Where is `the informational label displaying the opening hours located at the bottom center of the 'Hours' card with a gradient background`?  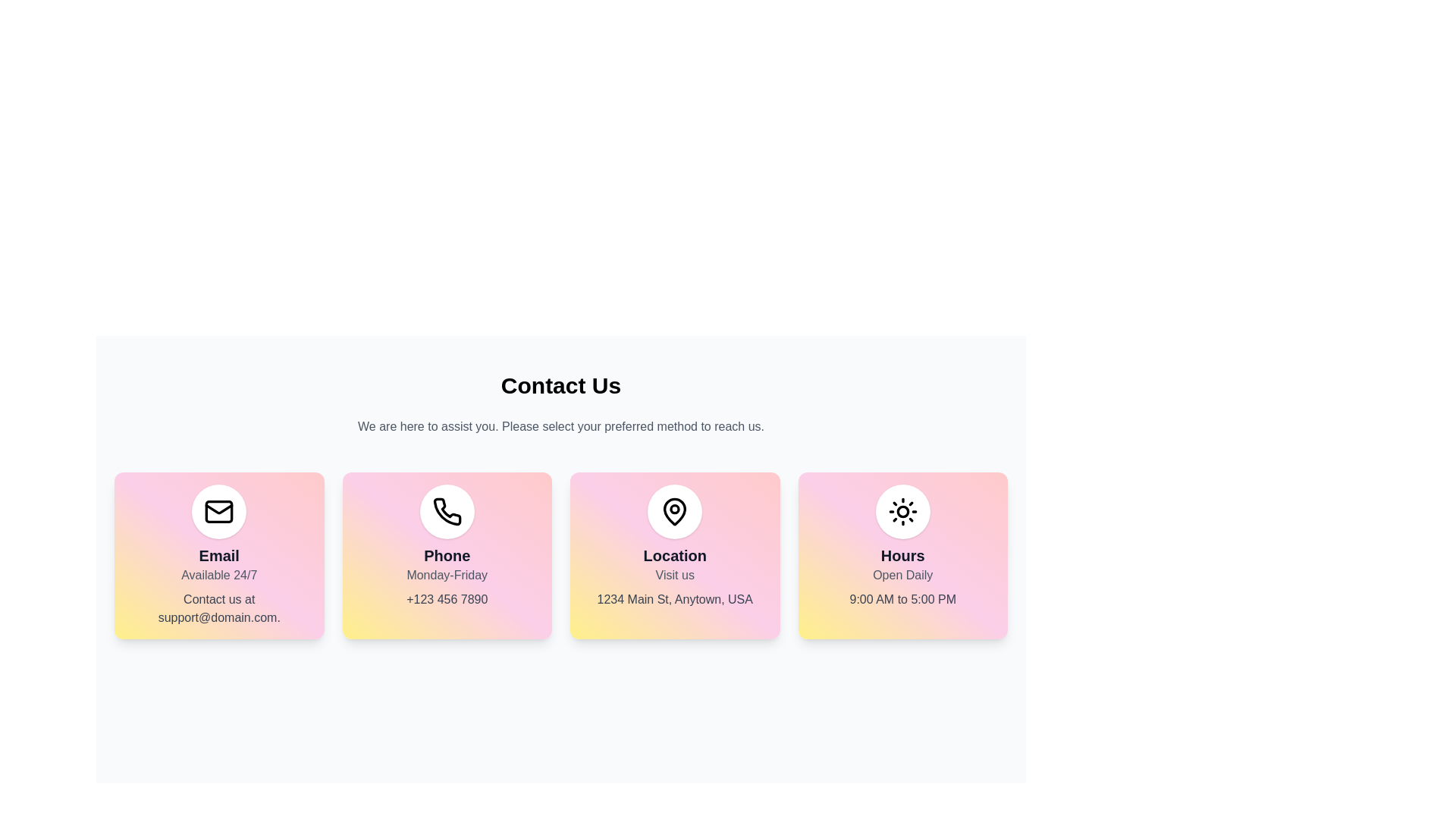
the informational label displaying the opening hours located at the bottom center of the 'Hours' card with a gradient background is located at coordinates (902, 598).